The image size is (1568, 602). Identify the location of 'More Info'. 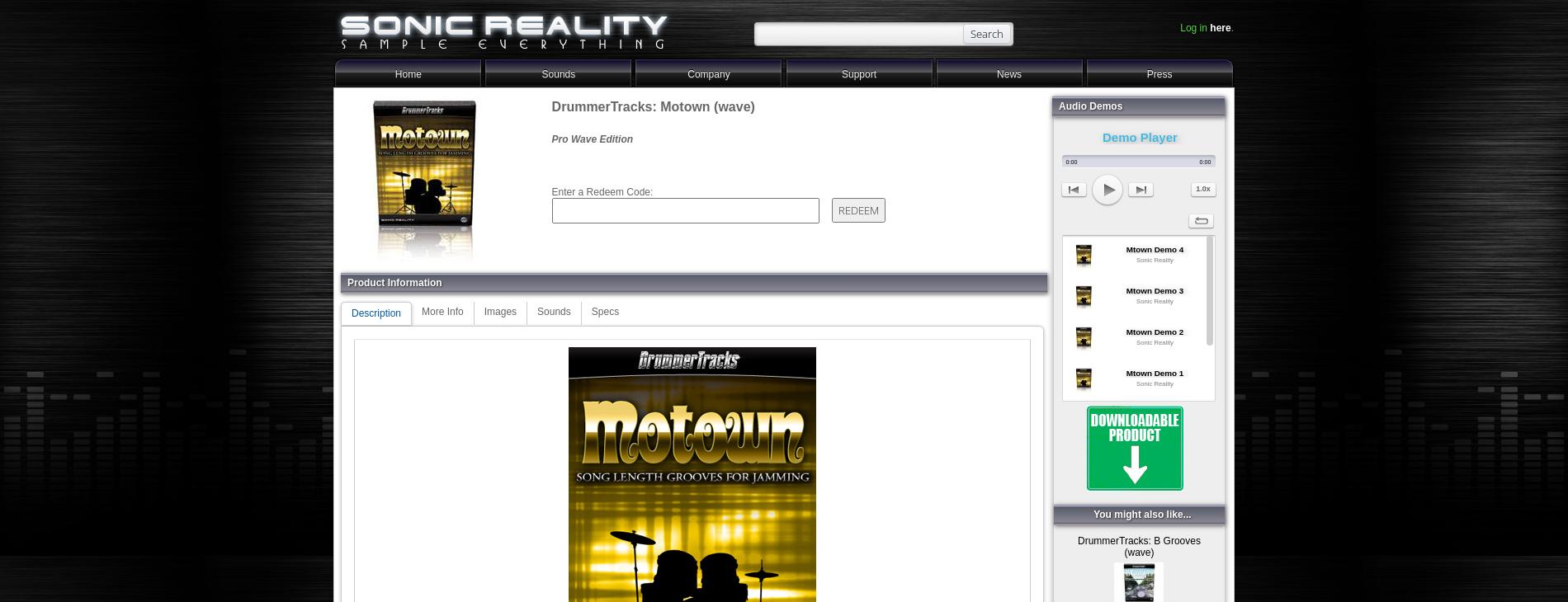
(442, 310).